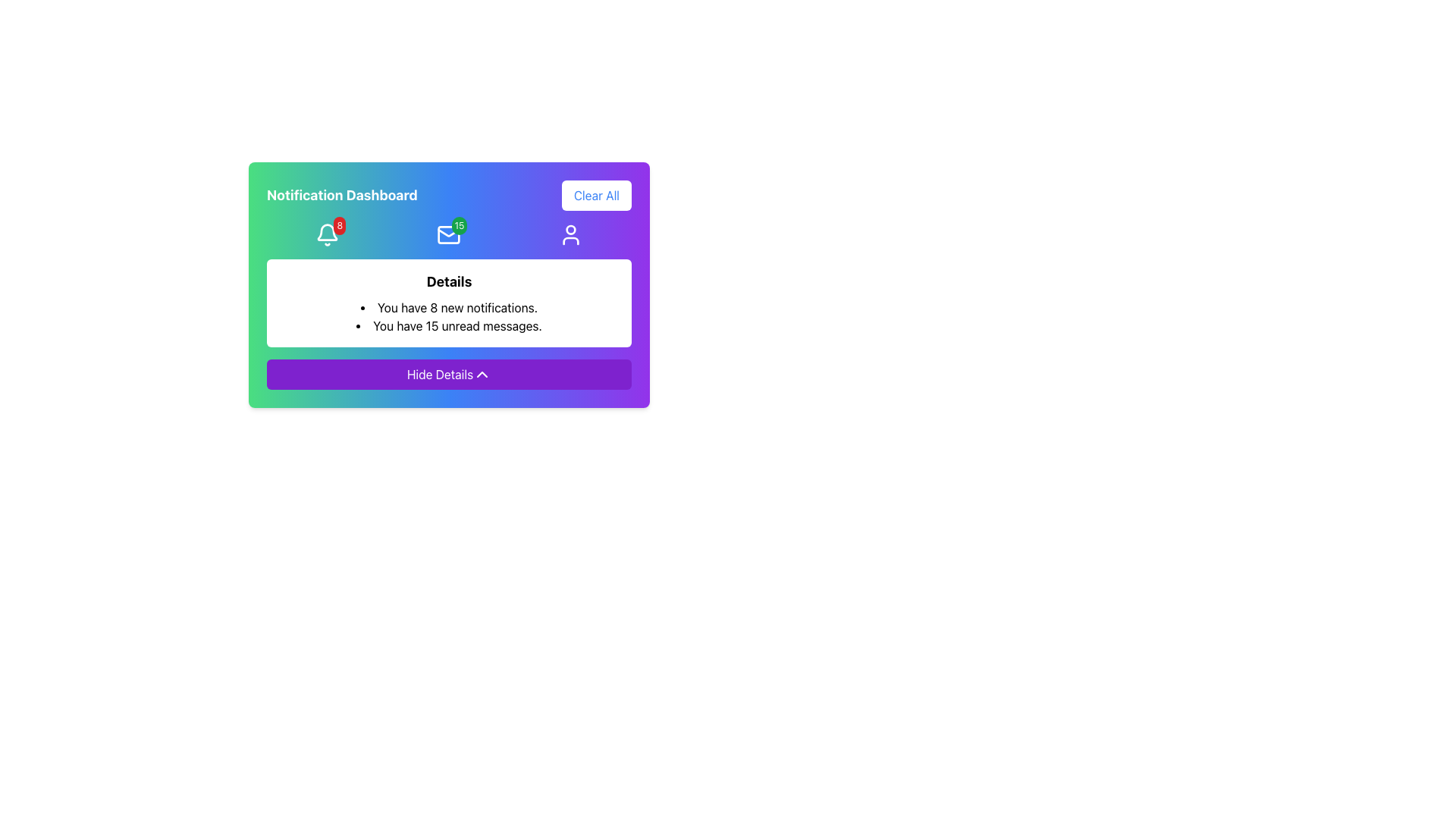  I want to click on the small circular badge with a red background and white text displaying the number '8', which is positioned above and slightly to the right of the bell icon in the notification dashboard interface, so click(339, 225).